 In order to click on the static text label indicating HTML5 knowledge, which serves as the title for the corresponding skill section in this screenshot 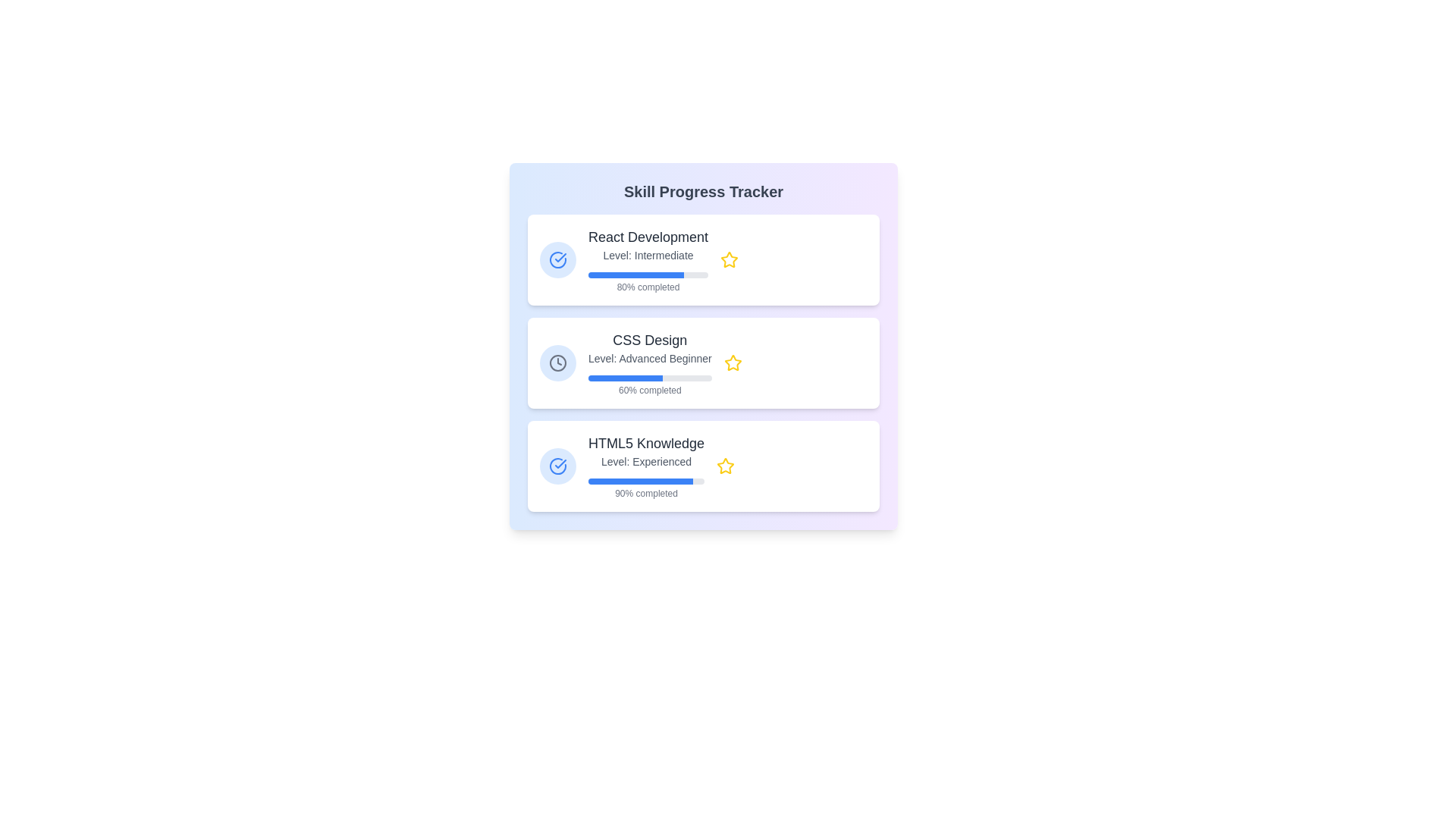, I will do `click(646, 444)`.